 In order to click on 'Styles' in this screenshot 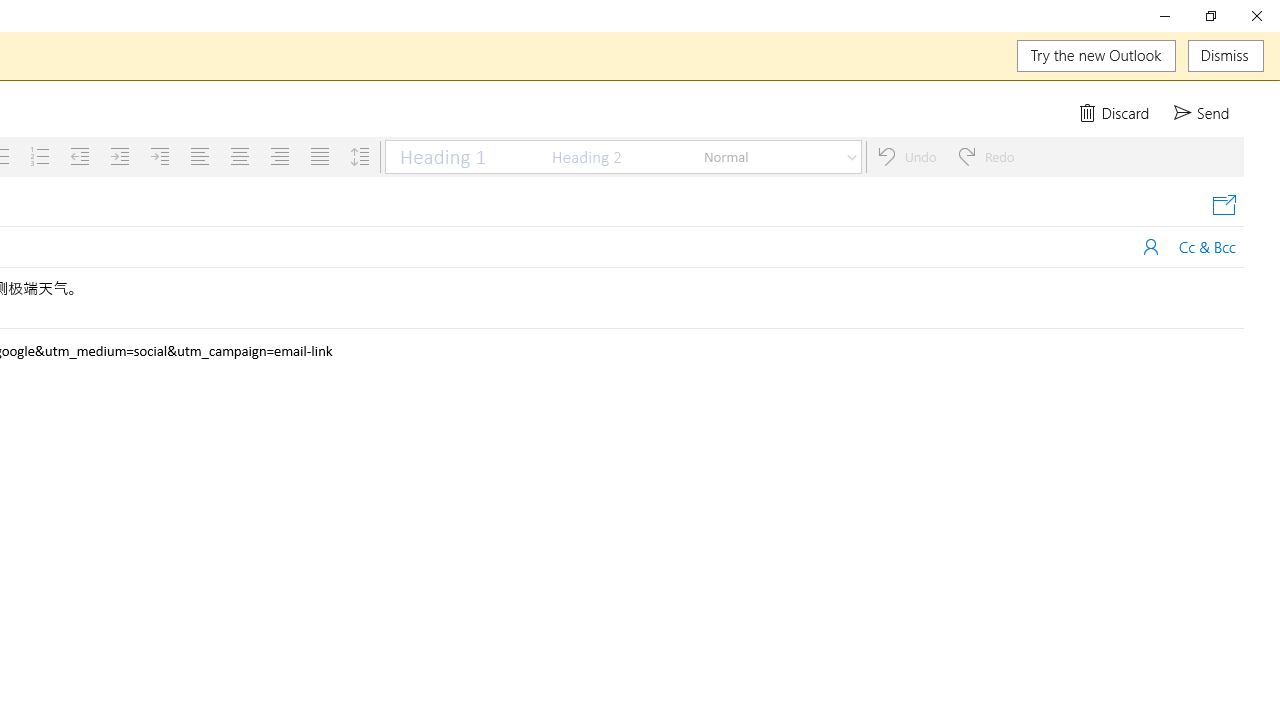, I will do `click(852, 155)`.